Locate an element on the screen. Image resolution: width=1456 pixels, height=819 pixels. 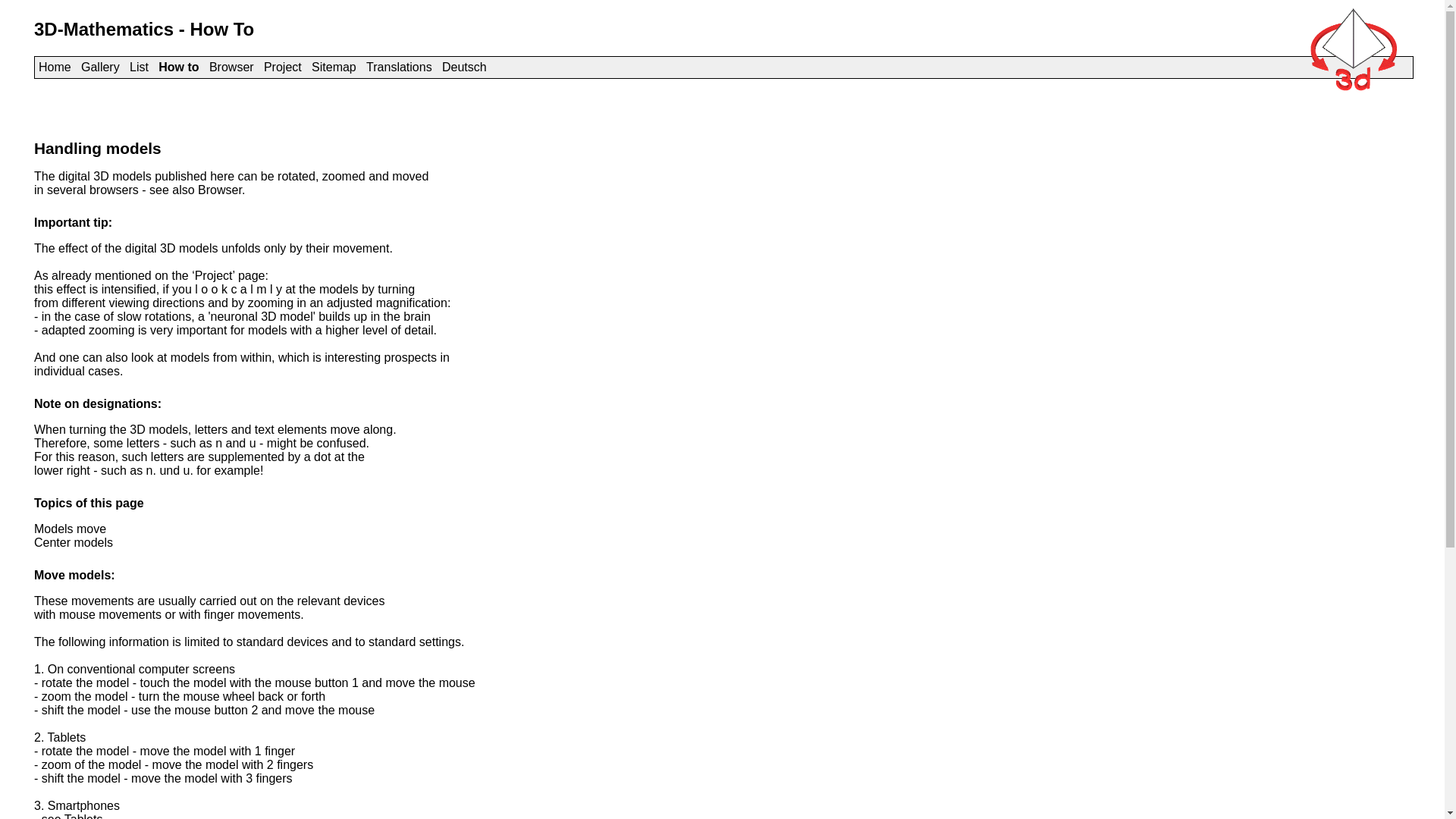
'How to' is located at coordinates (178, 66).